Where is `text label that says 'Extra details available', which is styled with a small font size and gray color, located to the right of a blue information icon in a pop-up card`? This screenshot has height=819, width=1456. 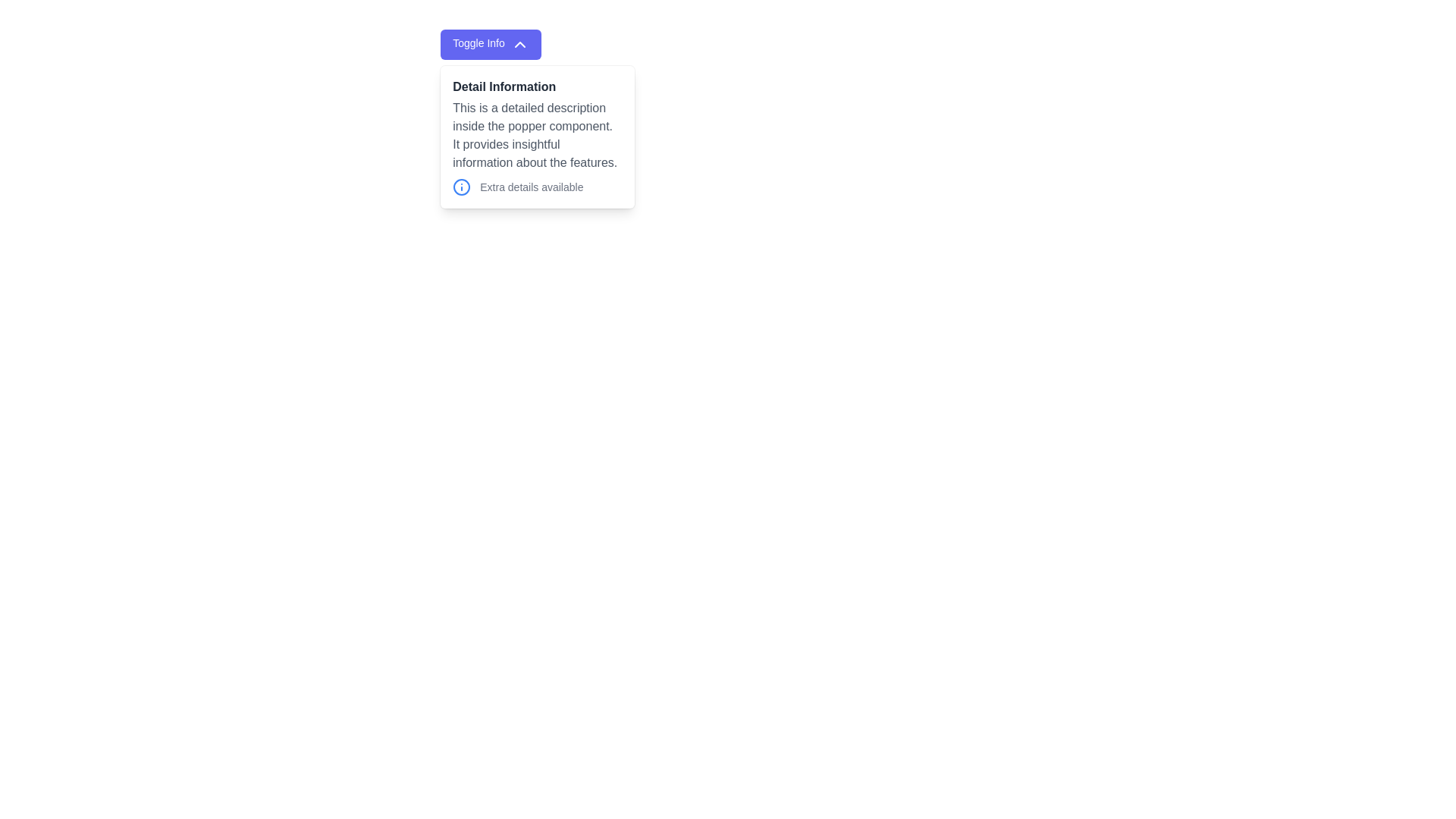
text label that says 'Extra details available', which is styled with a small font size and gray color, located to the right of a blue information icon in a pop-up card is located at coordinates (532, 186).